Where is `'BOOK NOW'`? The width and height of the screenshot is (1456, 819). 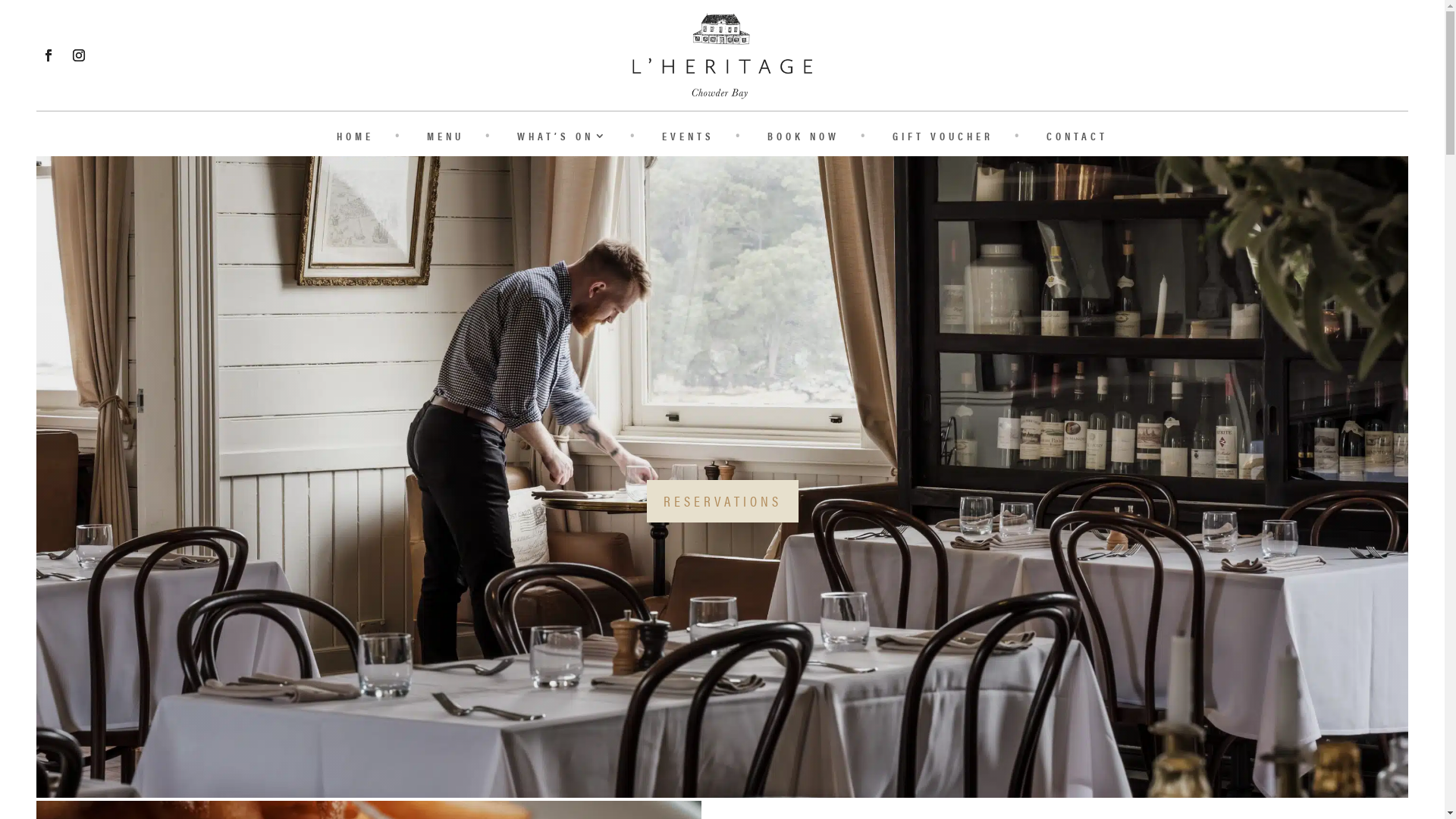 'BOOK NOW' is located at coordinates (767, 138).